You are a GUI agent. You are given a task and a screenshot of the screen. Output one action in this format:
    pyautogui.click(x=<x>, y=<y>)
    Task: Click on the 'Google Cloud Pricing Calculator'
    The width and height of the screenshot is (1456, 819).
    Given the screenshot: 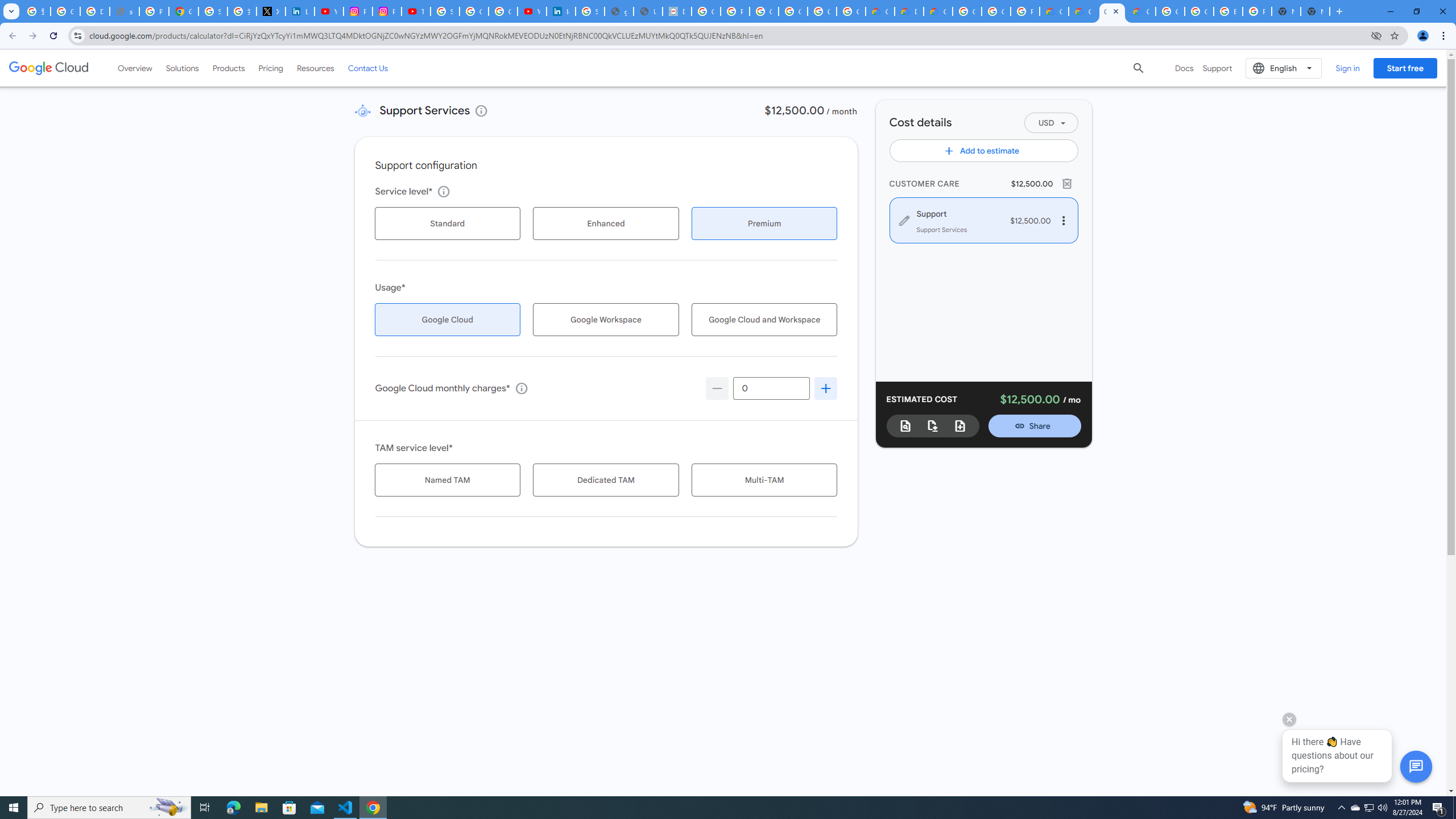 What is the action you would take?
    pyautogui.click(x=1082, y=11)
    